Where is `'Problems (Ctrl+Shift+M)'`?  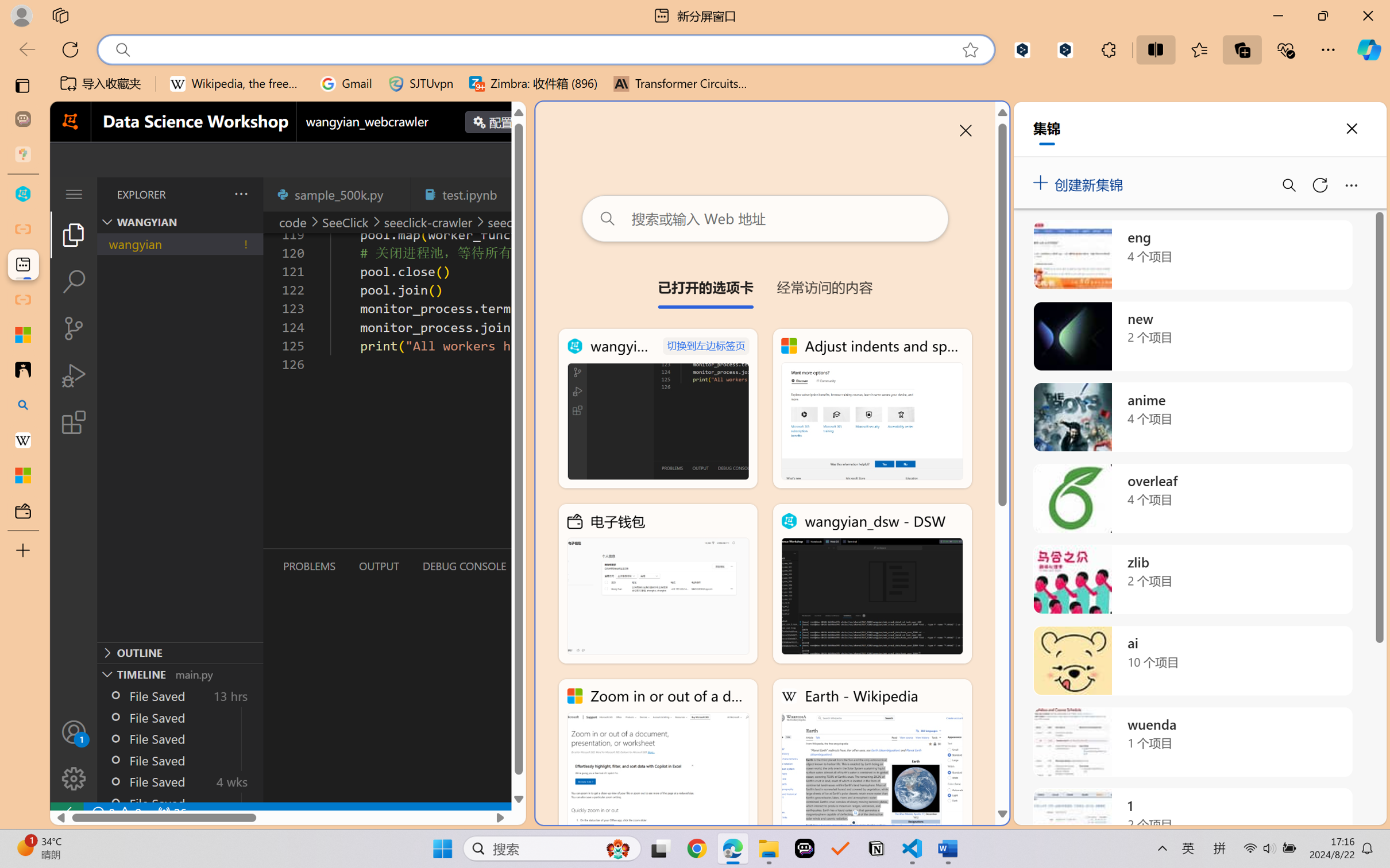
'Problems (Ctrl+Shift+M)' is located at coordinates (308, 566).